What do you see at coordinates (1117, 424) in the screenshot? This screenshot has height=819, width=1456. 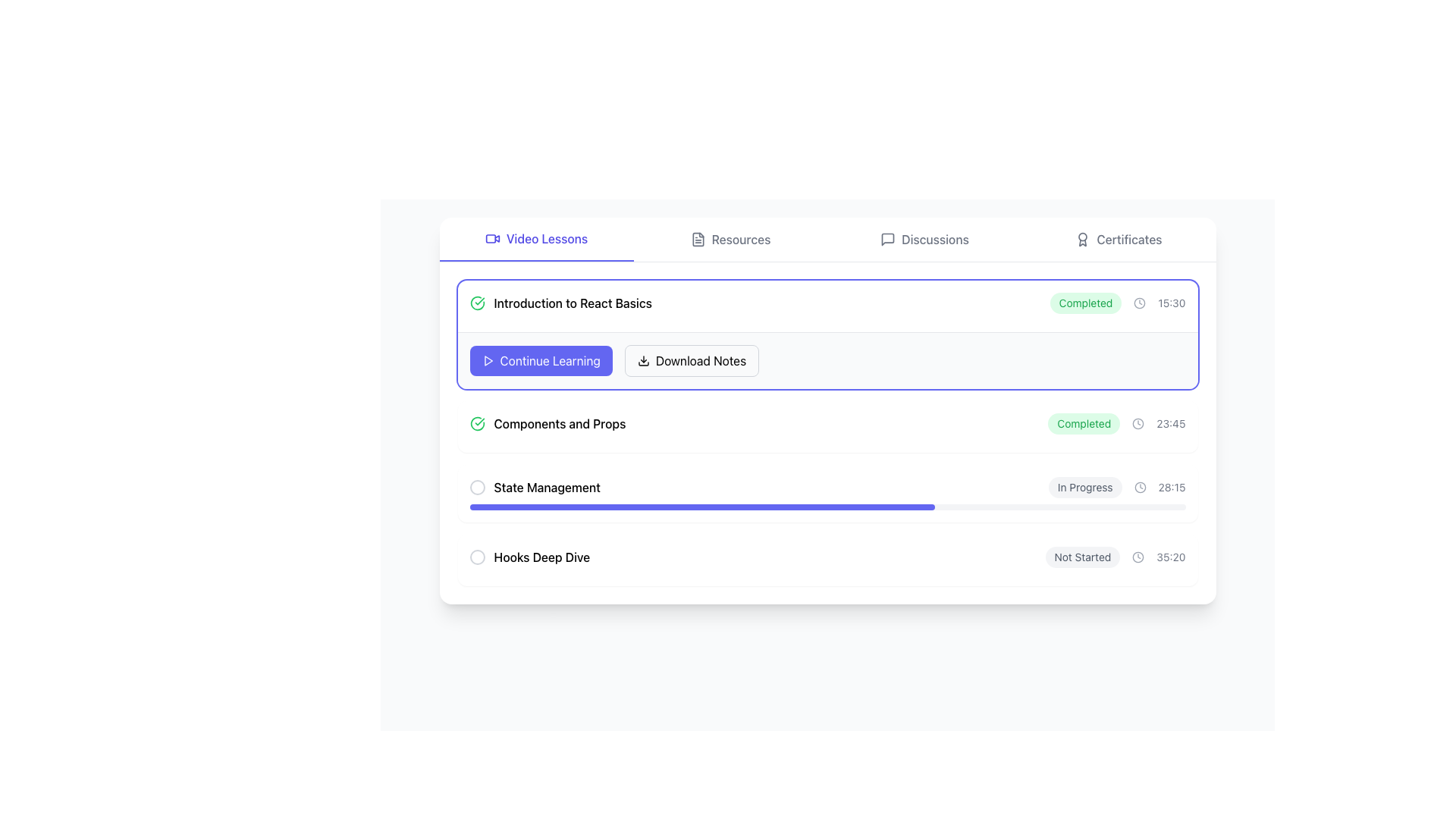 I see `the status label indicating completion of 'Introduction to React Basics' with the time '23:45', located in the 'Components and Props' section` at bounding box center [1117, 424].